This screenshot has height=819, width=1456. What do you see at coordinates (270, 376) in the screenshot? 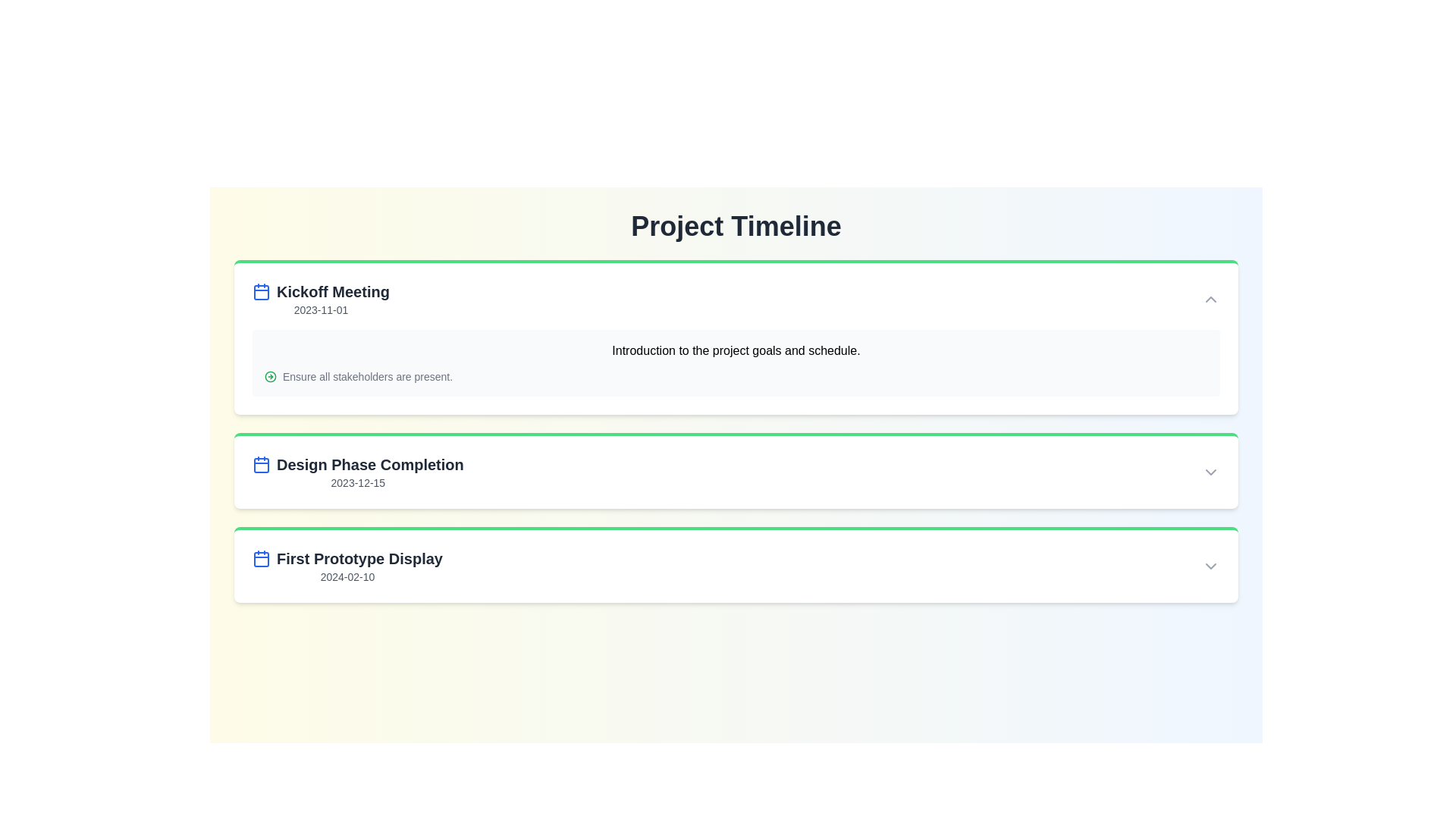
I see `the circular component of the SVG icon located in the top-right corner of the 'Kickoff Meeting' section in the vertical timeline interface` at bounding box center [270, 376].